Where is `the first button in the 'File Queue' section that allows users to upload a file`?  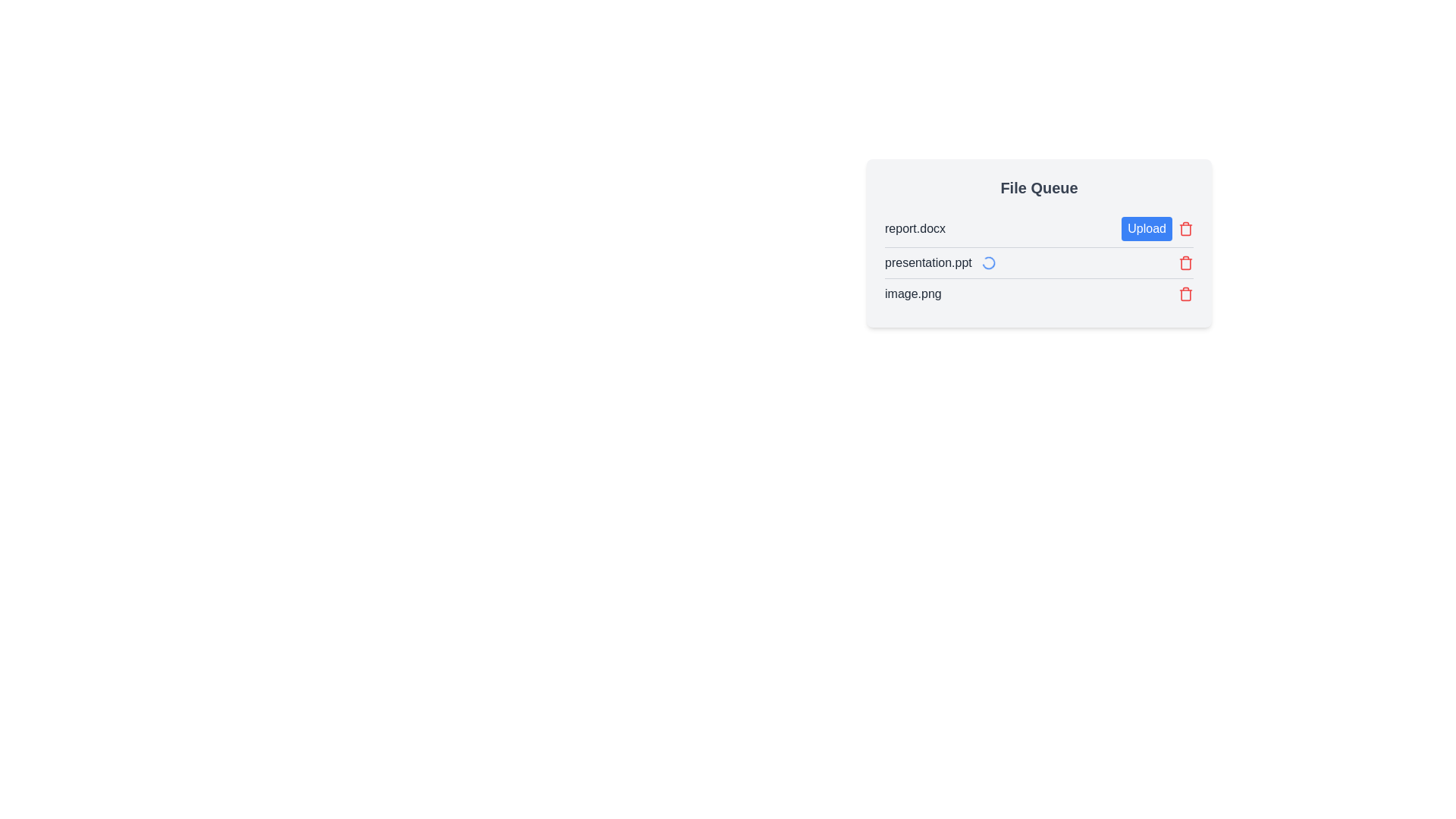 the first button in the 'File Queue' section that allows users to upload a file is located at coordinates (1147, 228).